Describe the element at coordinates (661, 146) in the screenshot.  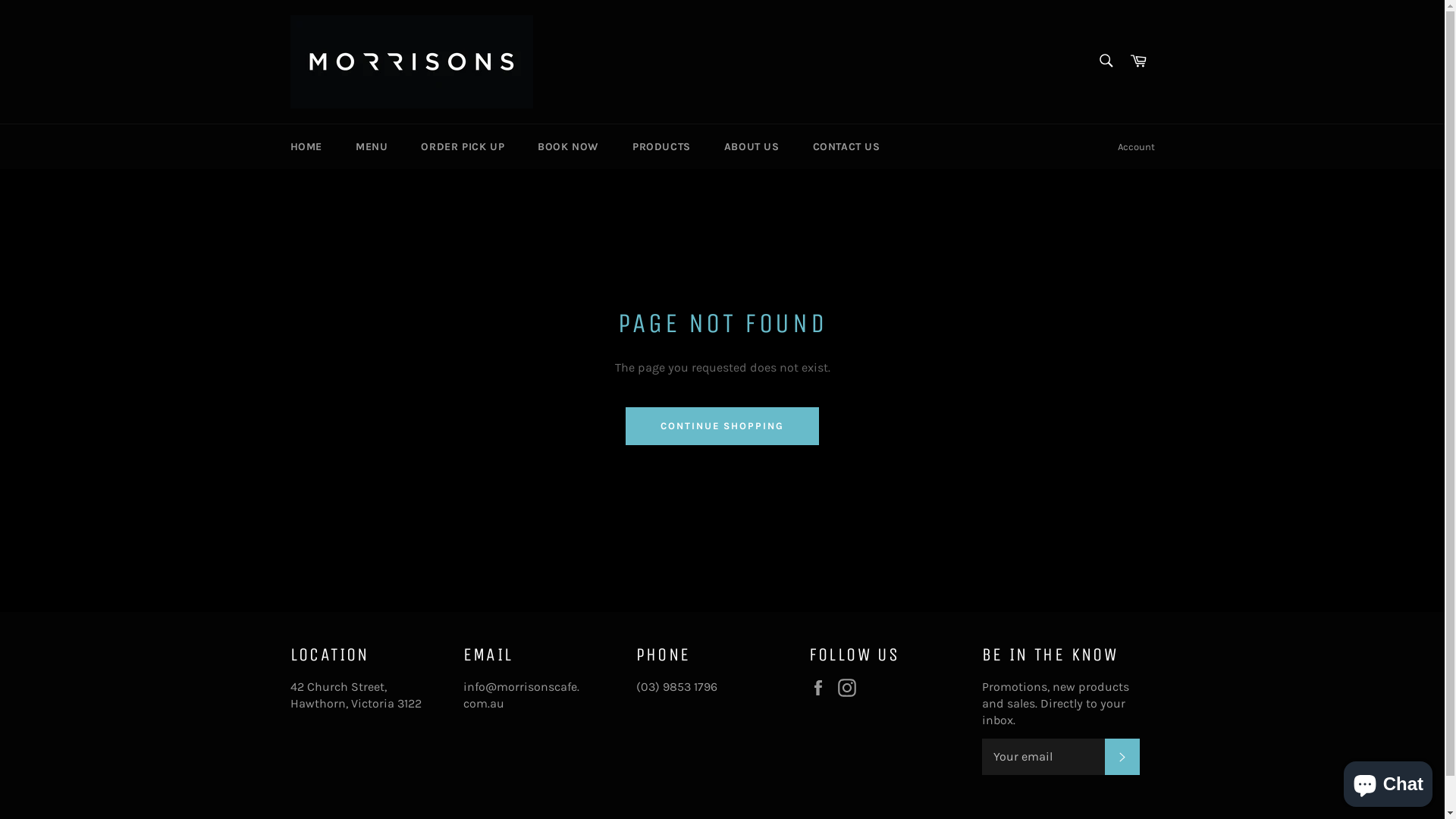
I see `'PRODUCTS'` at that location.